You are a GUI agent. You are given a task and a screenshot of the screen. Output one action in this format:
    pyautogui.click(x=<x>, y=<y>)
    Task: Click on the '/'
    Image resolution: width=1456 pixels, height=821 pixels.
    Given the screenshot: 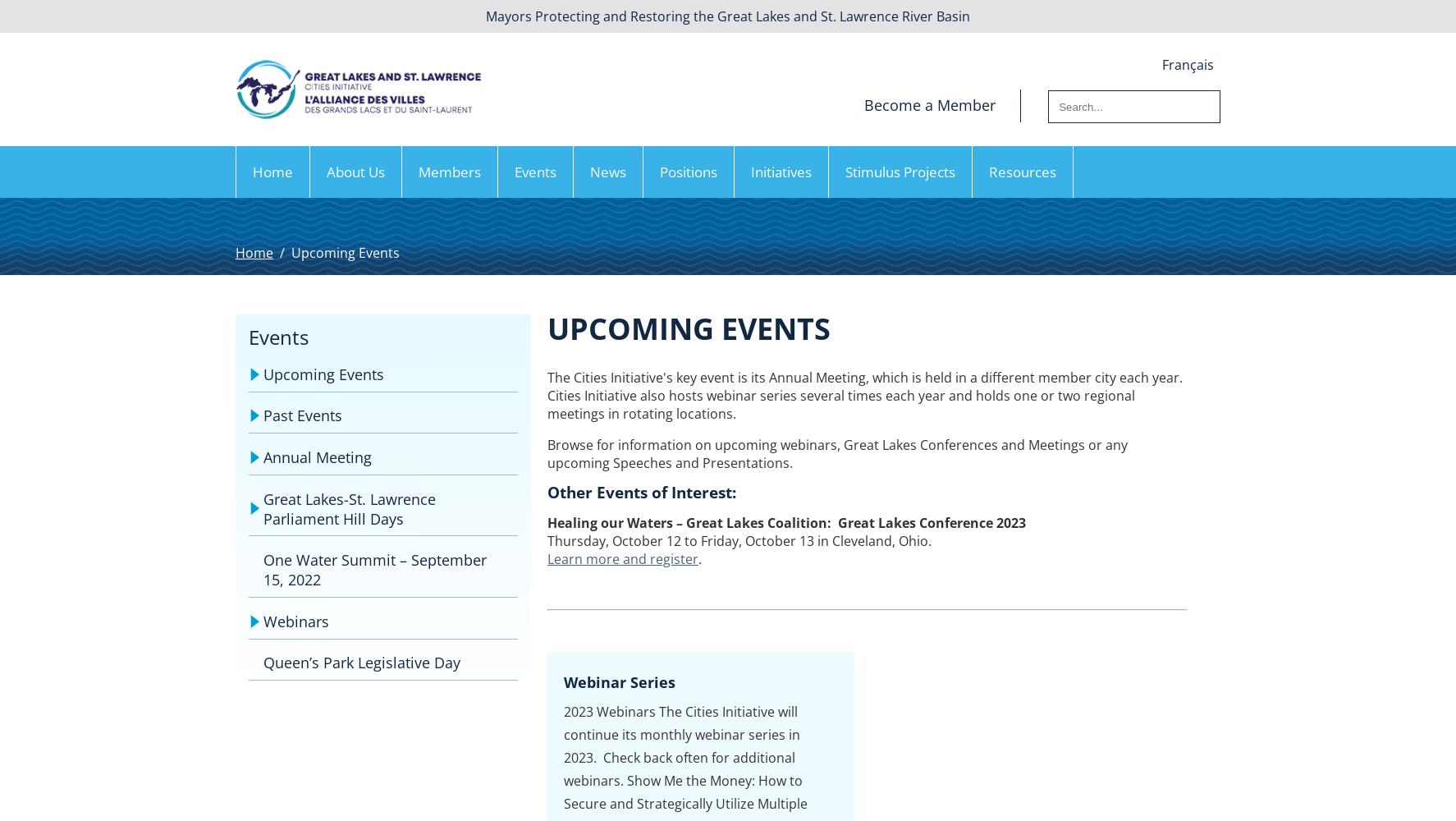 What is the action you would take?
    pyautogui.click(x=282, y=253)
    